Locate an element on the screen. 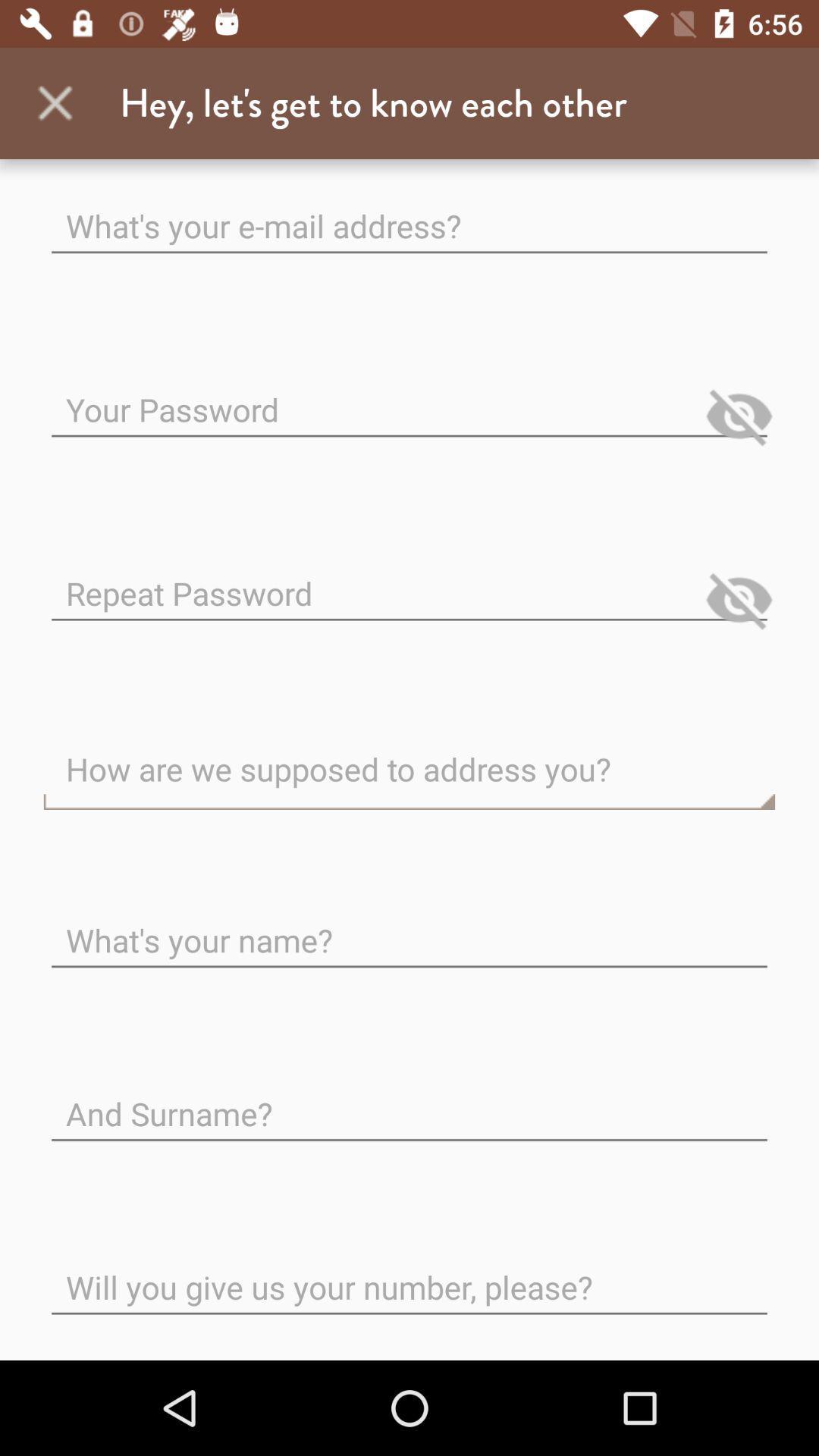 Image resolution: width=819 pixels, height=1456 pixels. reenter password is located at coordinates (409, 580).